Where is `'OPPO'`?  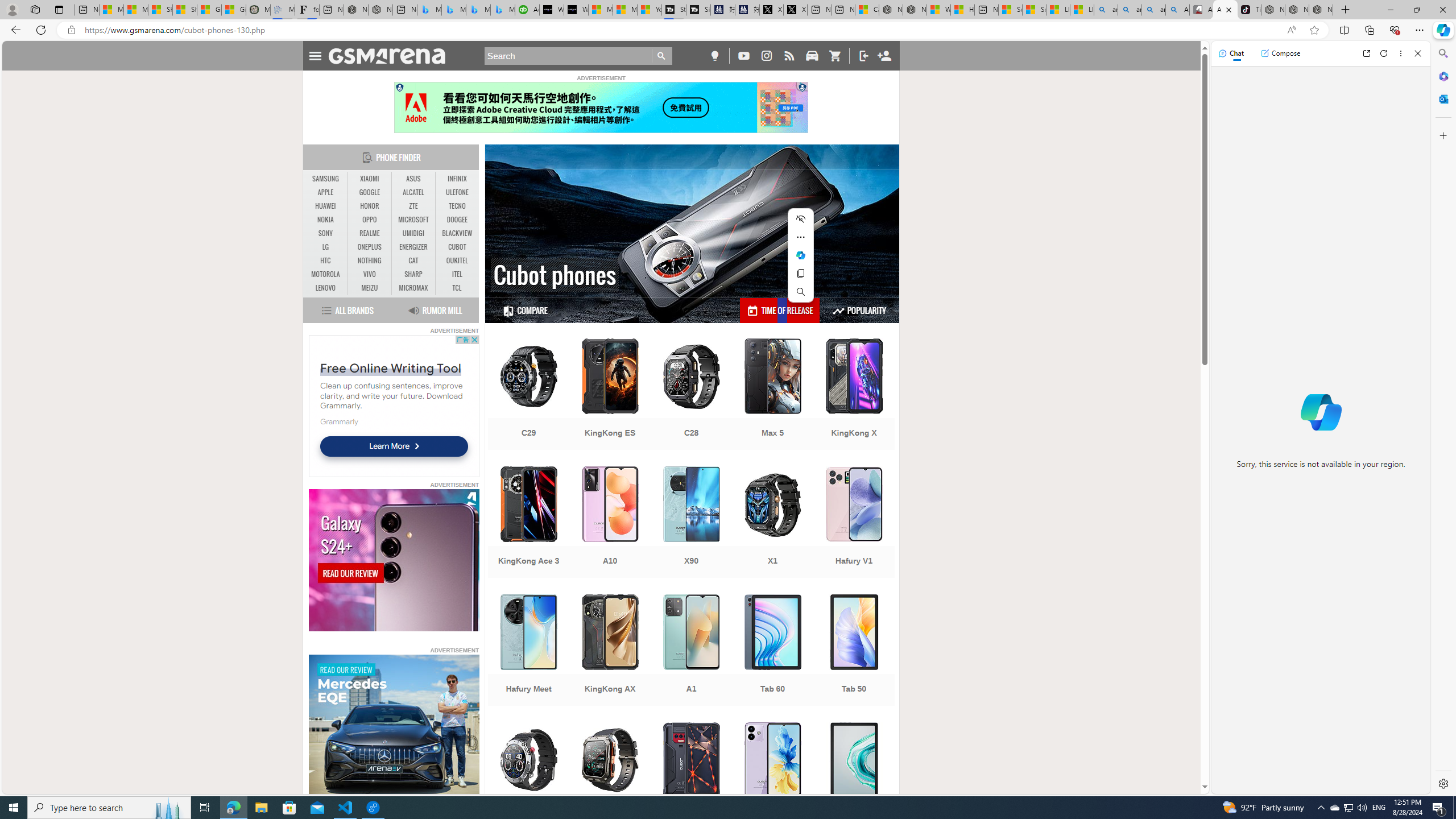
'OPPO' is located at coordinates (369, 220).